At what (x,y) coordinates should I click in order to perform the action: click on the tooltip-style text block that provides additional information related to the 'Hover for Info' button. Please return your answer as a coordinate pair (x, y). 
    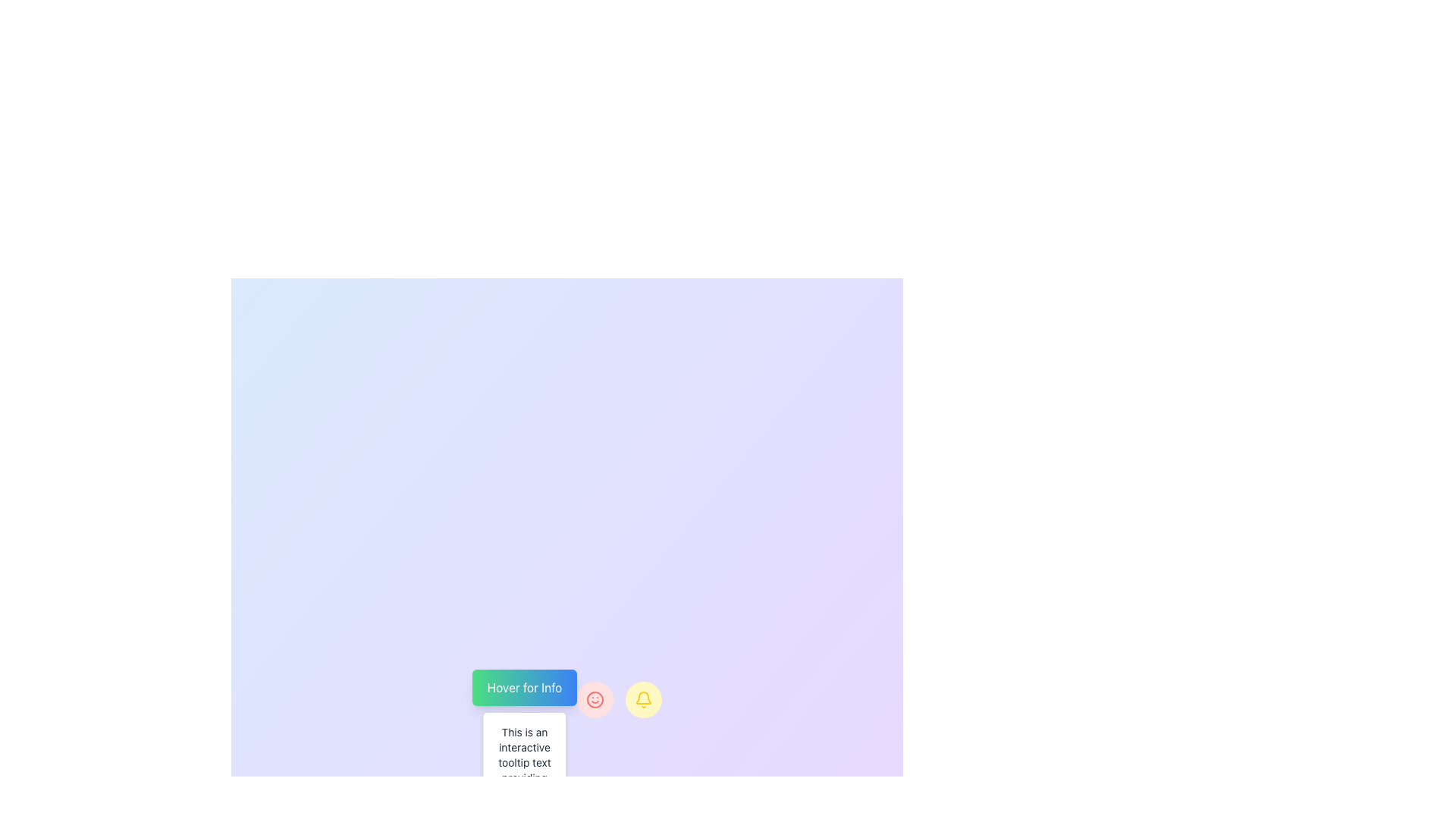
    Looking at the image, I should click on (524, 770).